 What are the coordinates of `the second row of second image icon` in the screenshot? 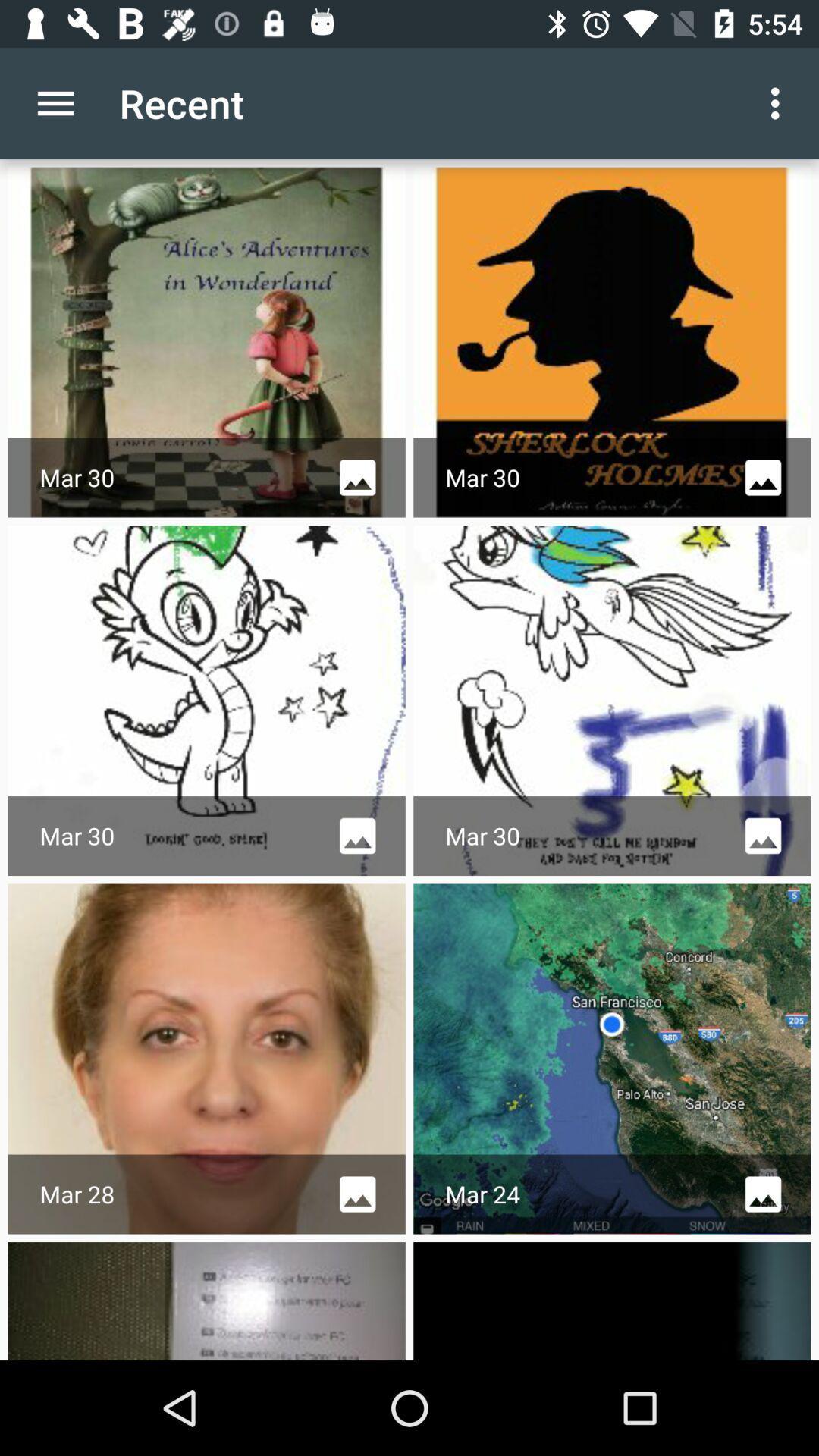 It's located at (763, 835).